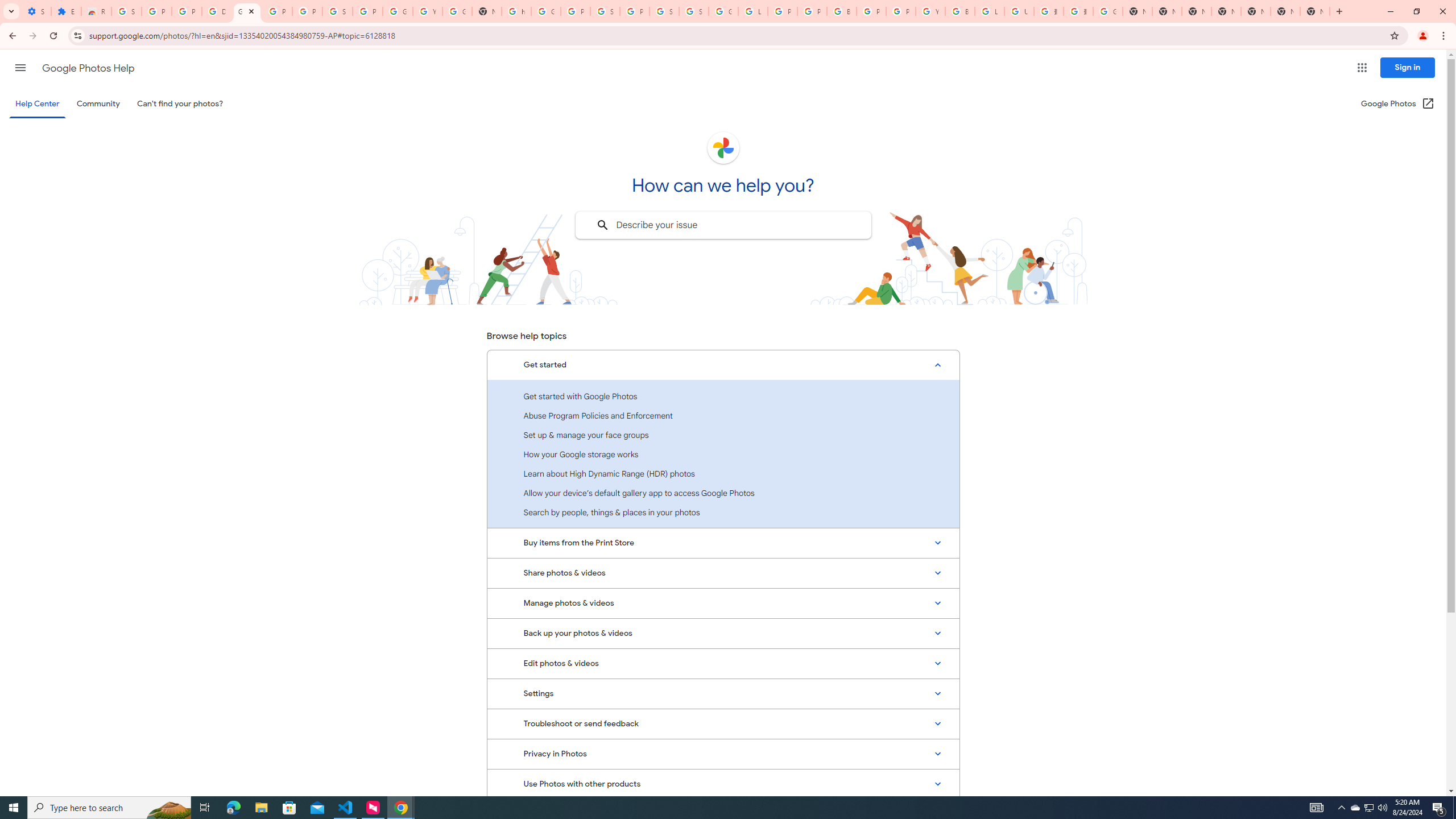 The image size is (1456, 819). I want to click on 'New Tab', so click(1314, 11).